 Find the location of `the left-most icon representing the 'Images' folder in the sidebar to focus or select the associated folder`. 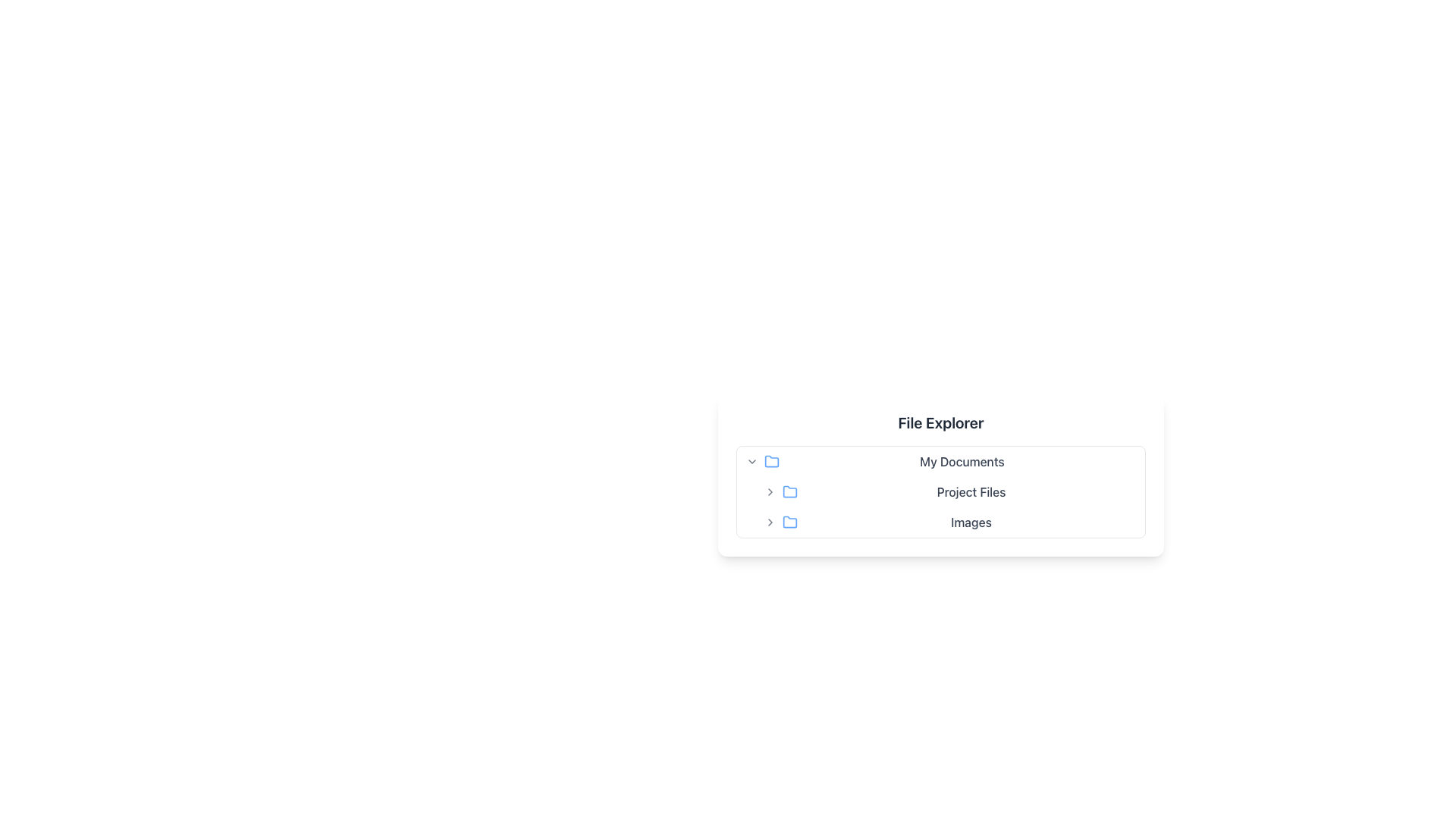

the left-most icon representing the 'Images' folder in the sidebar to focus or select the associated folder is located at coordinates (789, 522).